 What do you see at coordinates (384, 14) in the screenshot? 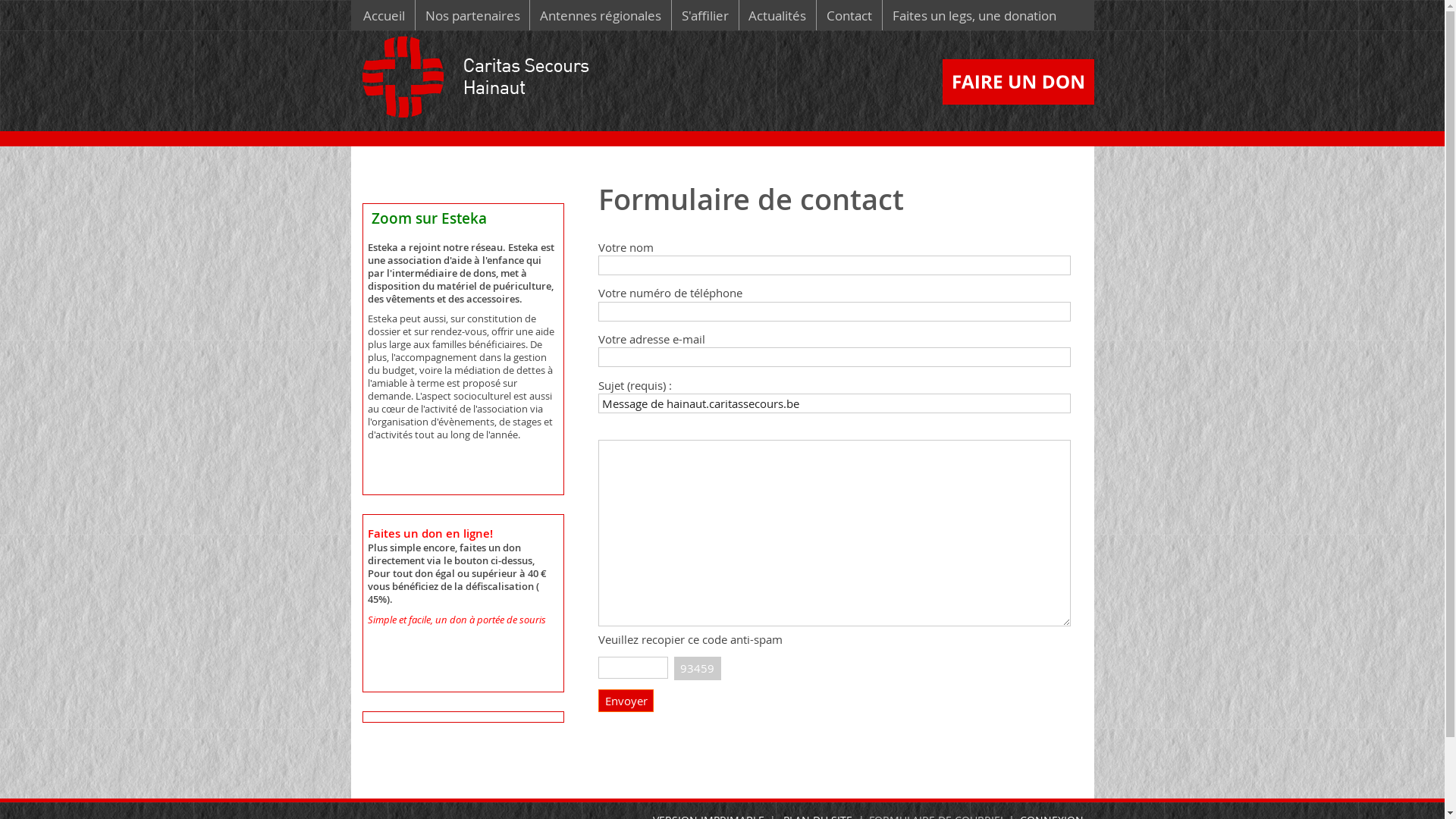
I see `'Accueil'` at bounding box center [384, 14].